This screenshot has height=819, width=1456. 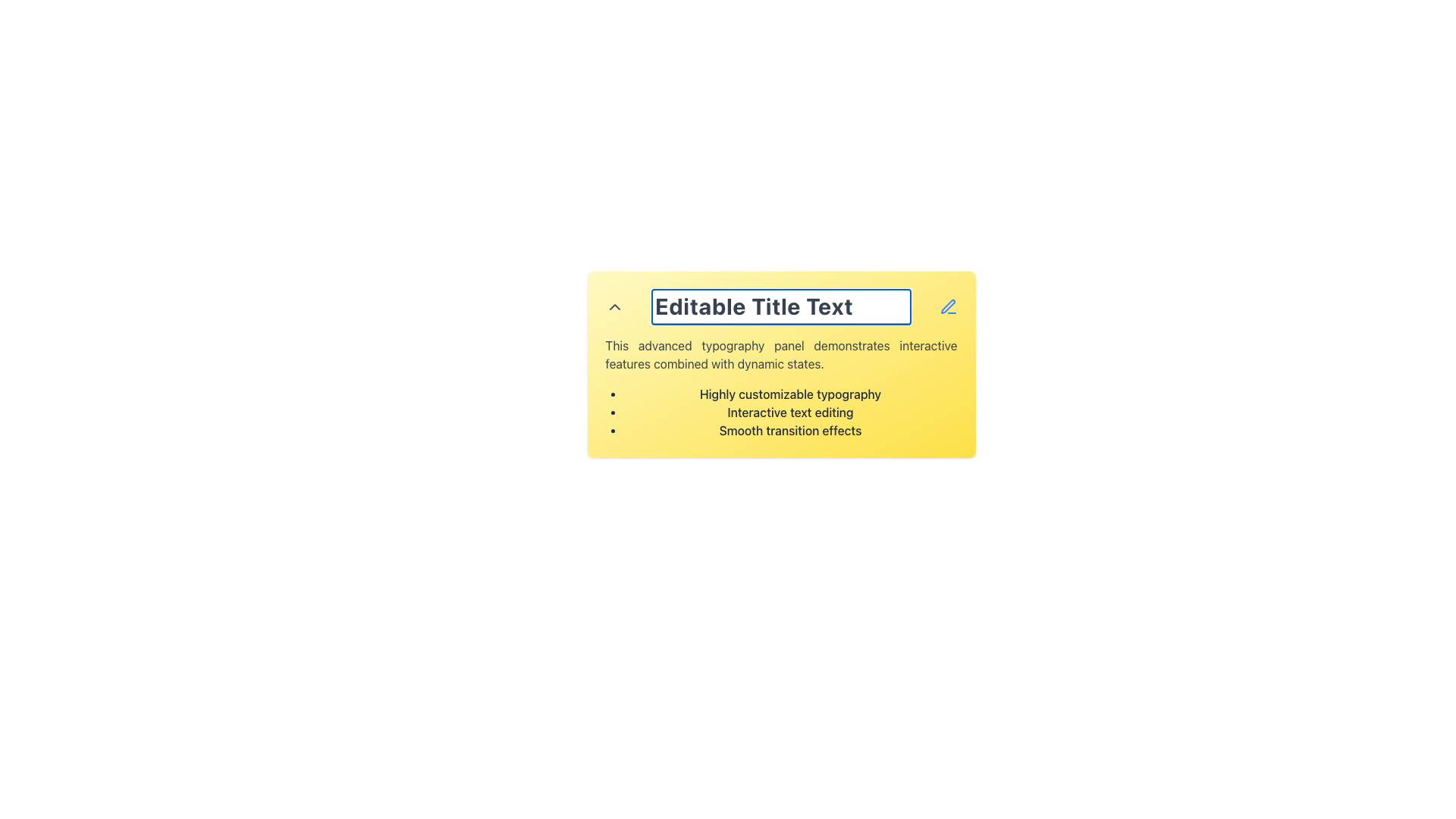 I want to click on the text input field located near the top of the yellow panel, so click(x=781, y=307).